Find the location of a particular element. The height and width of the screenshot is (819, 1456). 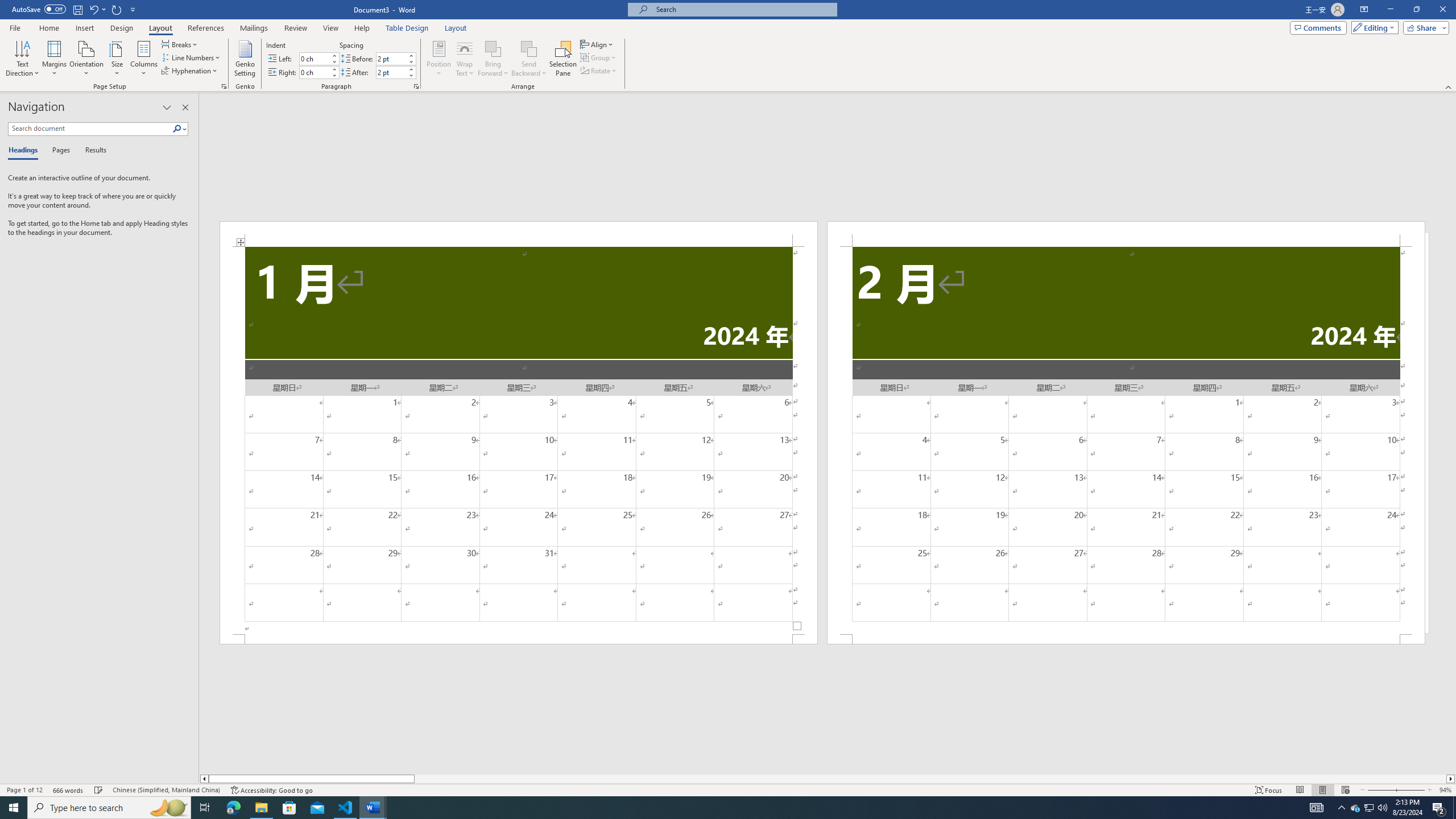

'Orientation' is located at coordinates (86, 59).